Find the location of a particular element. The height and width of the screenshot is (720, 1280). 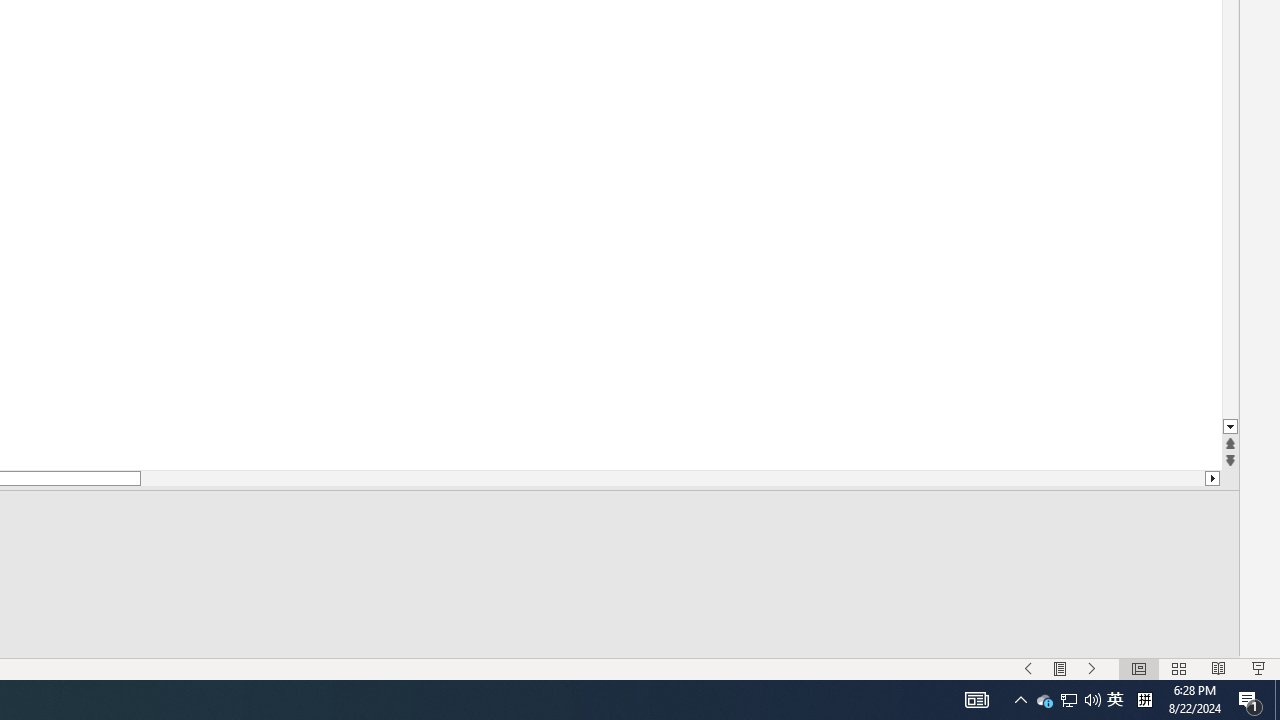

'Slide Sorter' is located at coordinates (1178, 669).